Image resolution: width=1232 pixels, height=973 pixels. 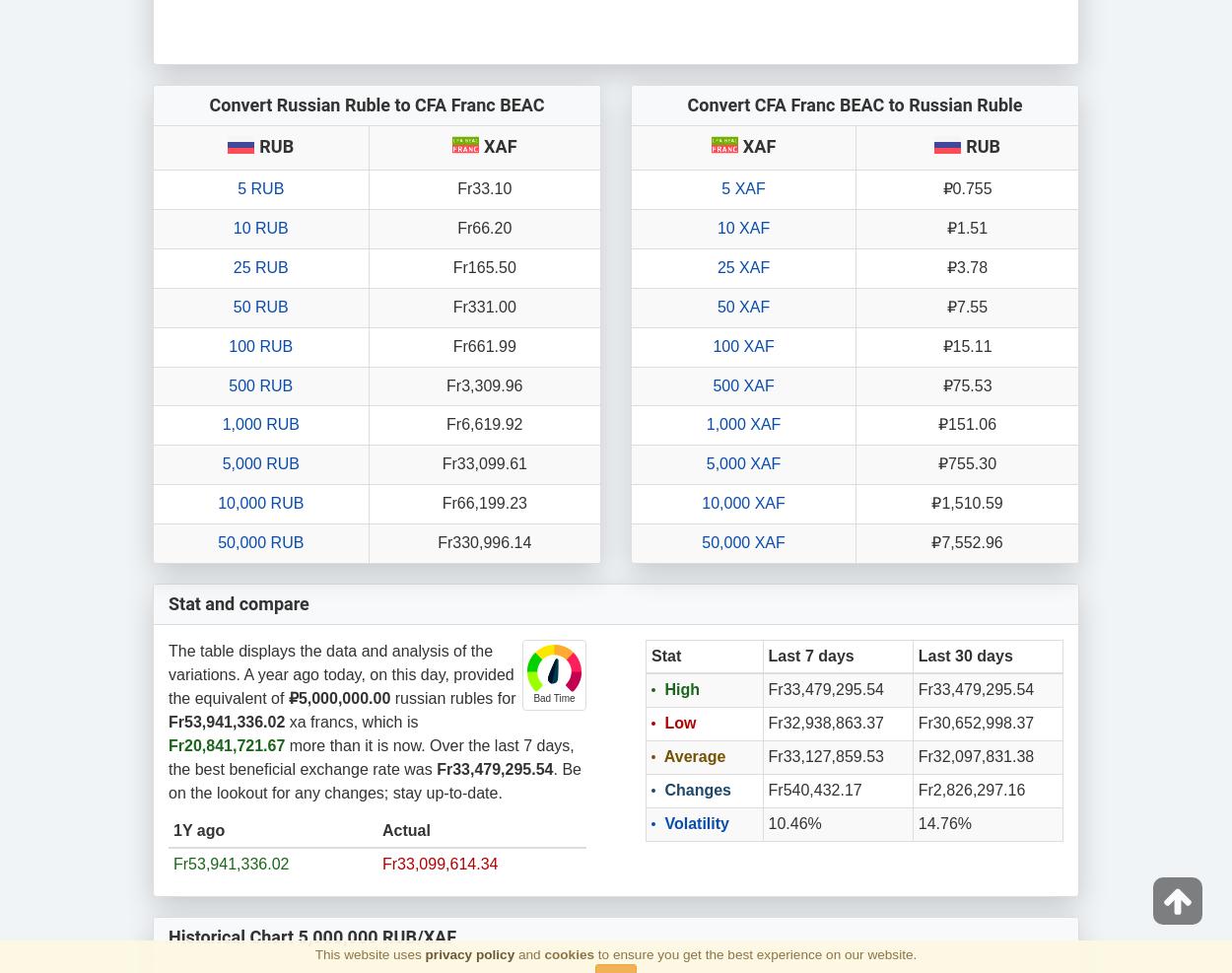 What do you see at coordinates (966, 228) in the screenshot?
I see `'₽1.51'` at bounding box center [966, 228].